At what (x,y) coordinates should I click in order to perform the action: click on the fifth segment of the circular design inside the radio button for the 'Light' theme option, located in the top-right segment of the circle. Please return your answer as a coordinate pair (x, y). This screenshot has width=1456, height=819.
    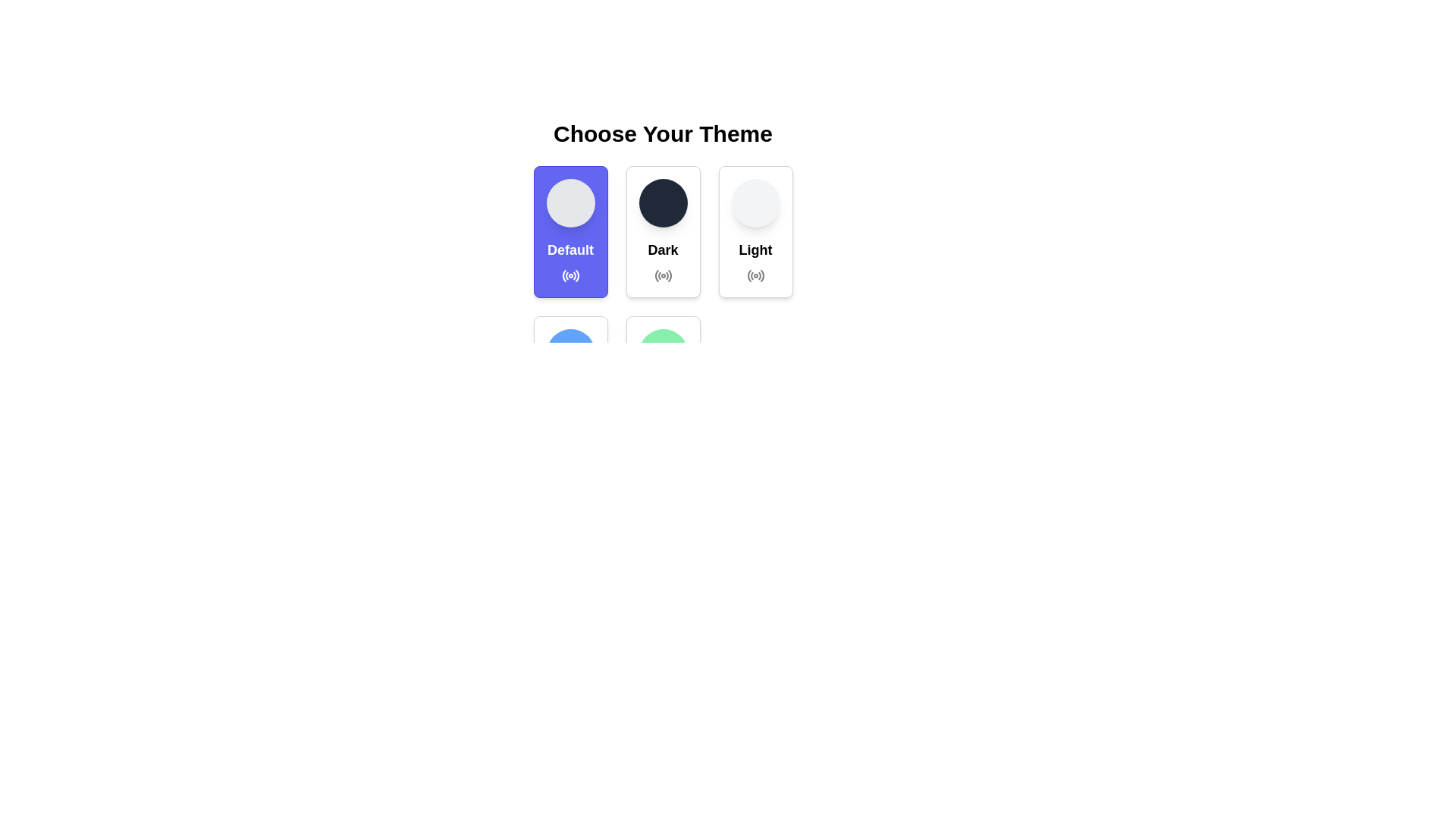
    Looking at the image, I should click on (762, 275).